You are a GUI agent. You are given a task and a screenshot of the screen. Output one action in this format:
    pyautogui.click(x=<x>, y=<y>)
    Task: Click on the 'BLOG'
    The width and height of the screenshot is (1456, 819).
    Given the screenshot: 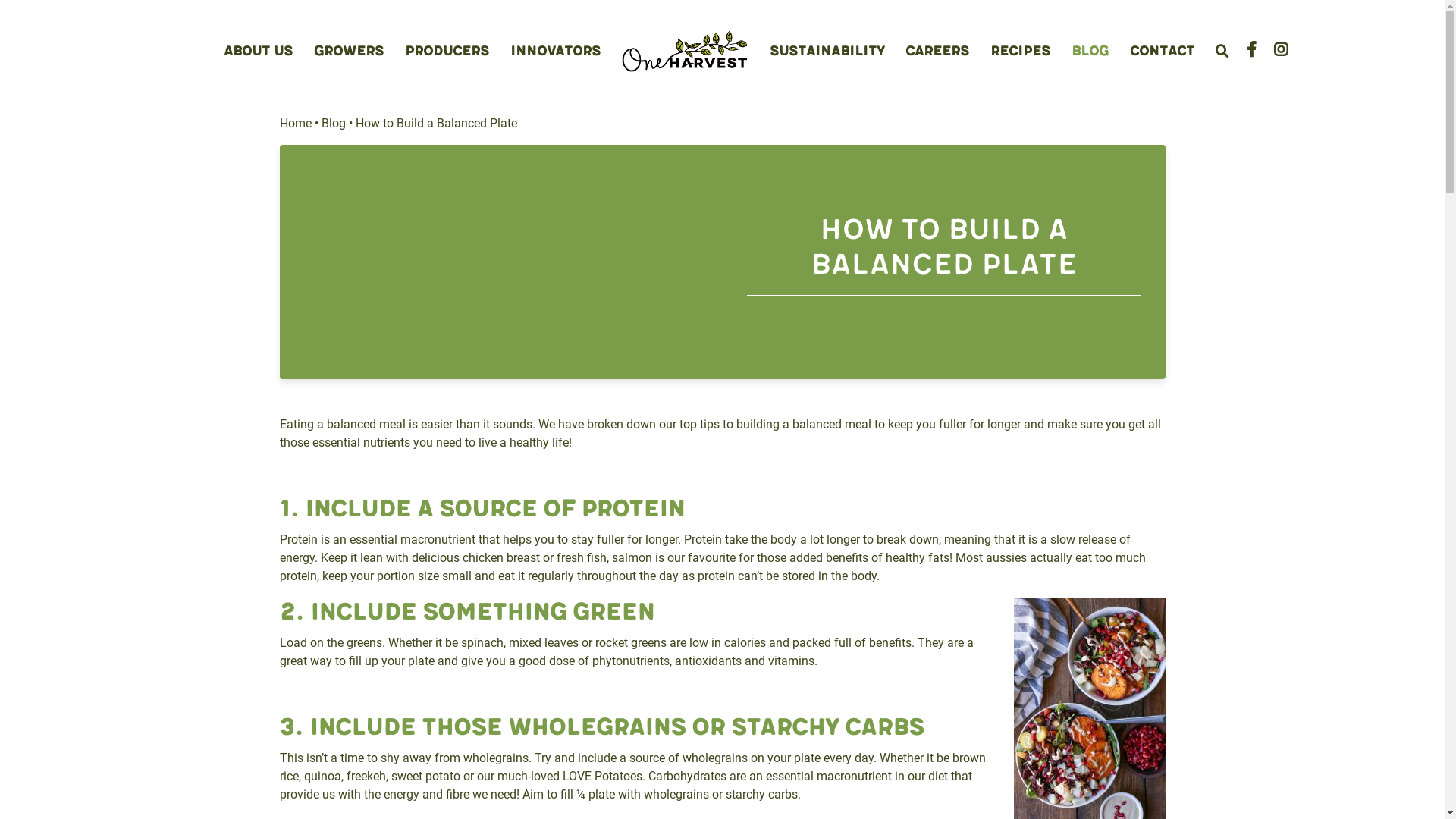 What is the action you would take?
    pyautogui.click(x=1070, y=50)
    